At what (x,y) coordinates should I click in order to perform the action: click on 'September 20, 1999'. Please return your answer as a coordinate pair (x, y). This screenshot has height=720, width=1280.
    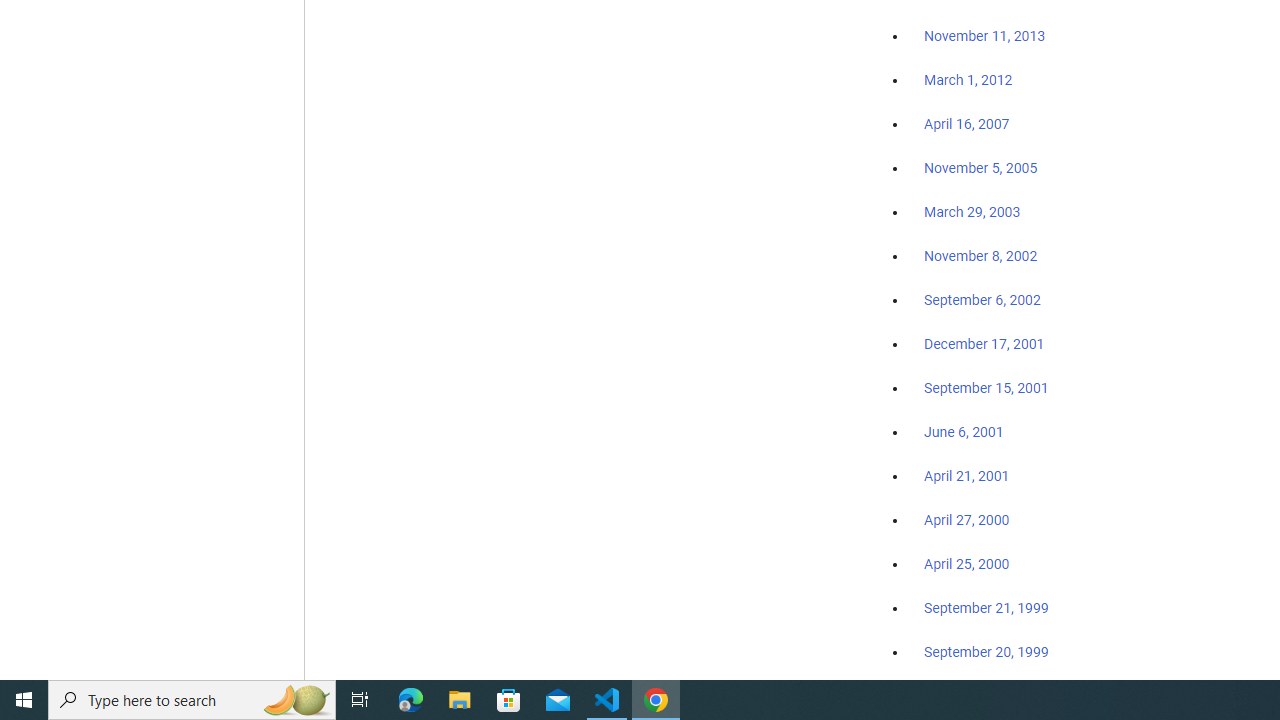
    Looking at the image, I should click on (986, 651).